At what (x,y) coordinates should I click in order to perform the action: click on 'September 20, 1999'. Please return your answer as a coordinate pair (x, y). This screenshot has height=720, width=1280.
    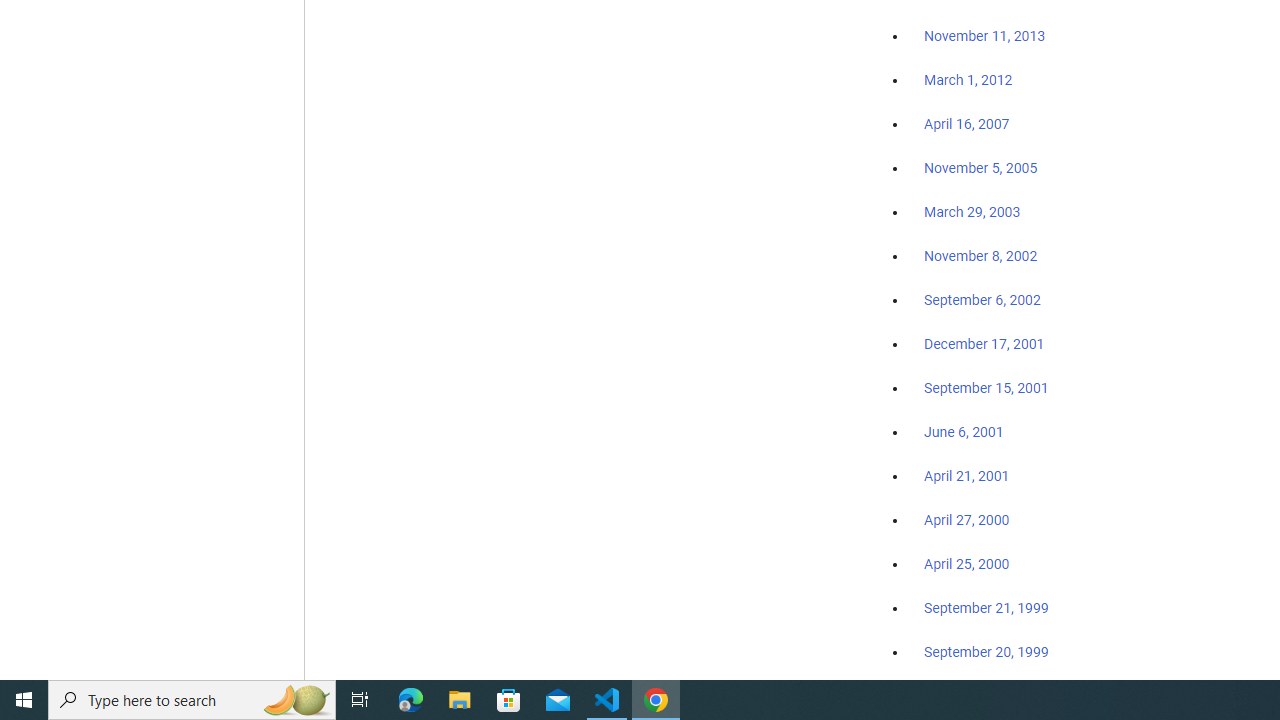
    Looking at the image, I should click on (986, 651).